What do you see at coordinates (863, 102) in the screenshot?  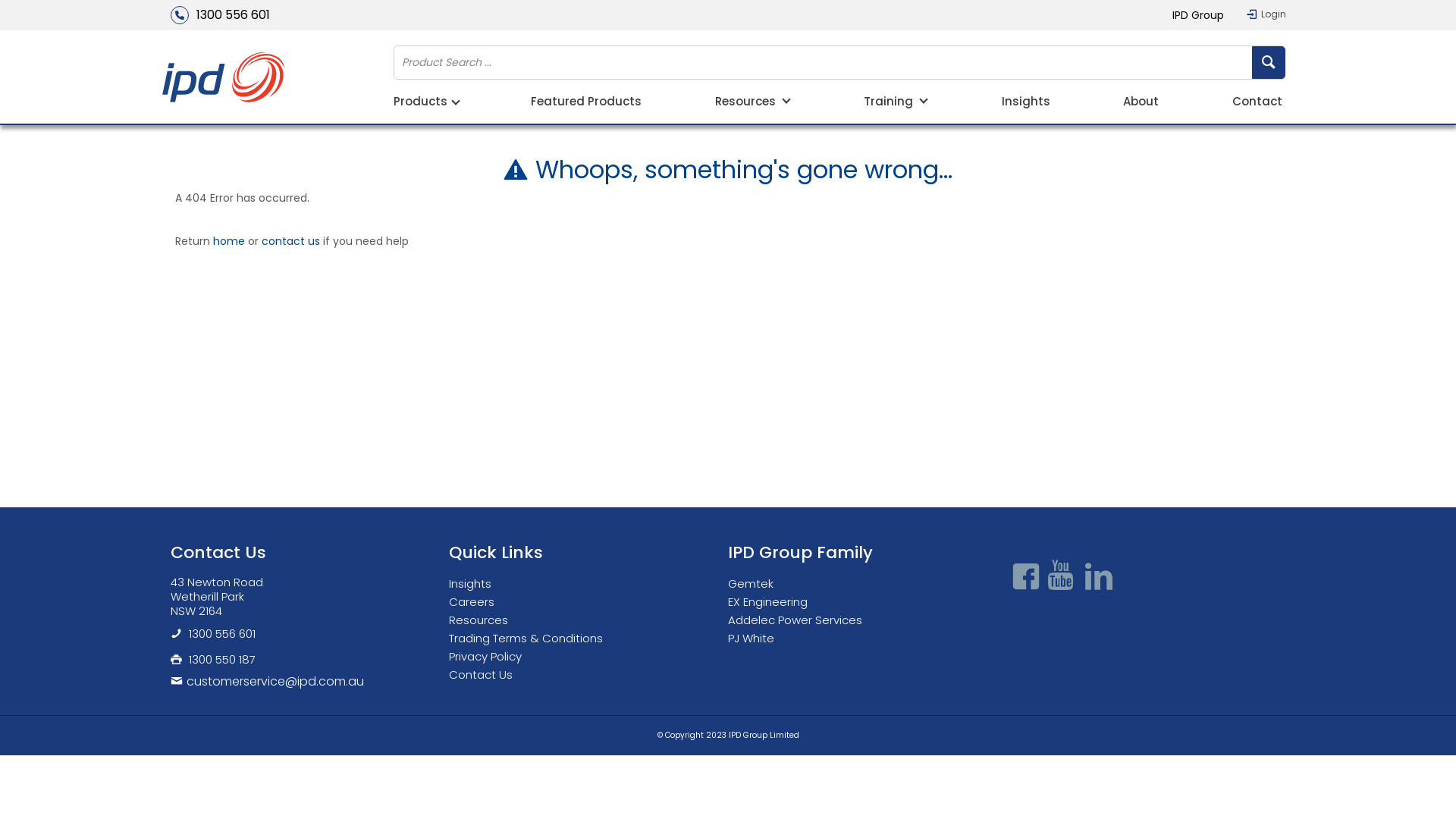 I see `'Training'` at bounding box center [863, 102].